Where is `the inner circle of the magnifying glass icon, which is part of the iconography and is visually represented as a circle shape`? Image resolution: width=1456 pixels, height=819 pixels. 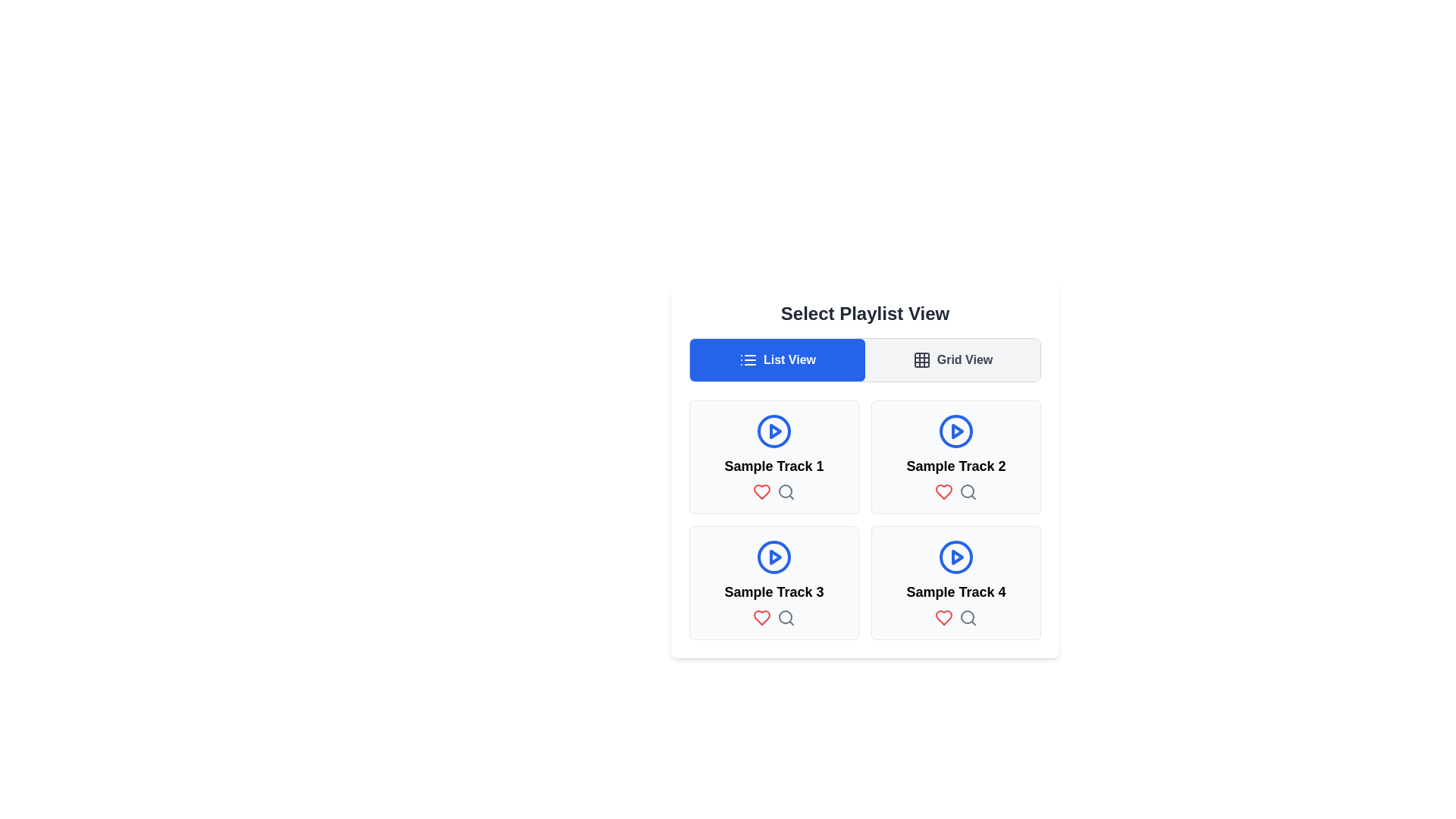
the inner circle of the magnifying glass icon, which is part of the iconography and is visually represented as a circle shape is located at coordinates (967, 617).